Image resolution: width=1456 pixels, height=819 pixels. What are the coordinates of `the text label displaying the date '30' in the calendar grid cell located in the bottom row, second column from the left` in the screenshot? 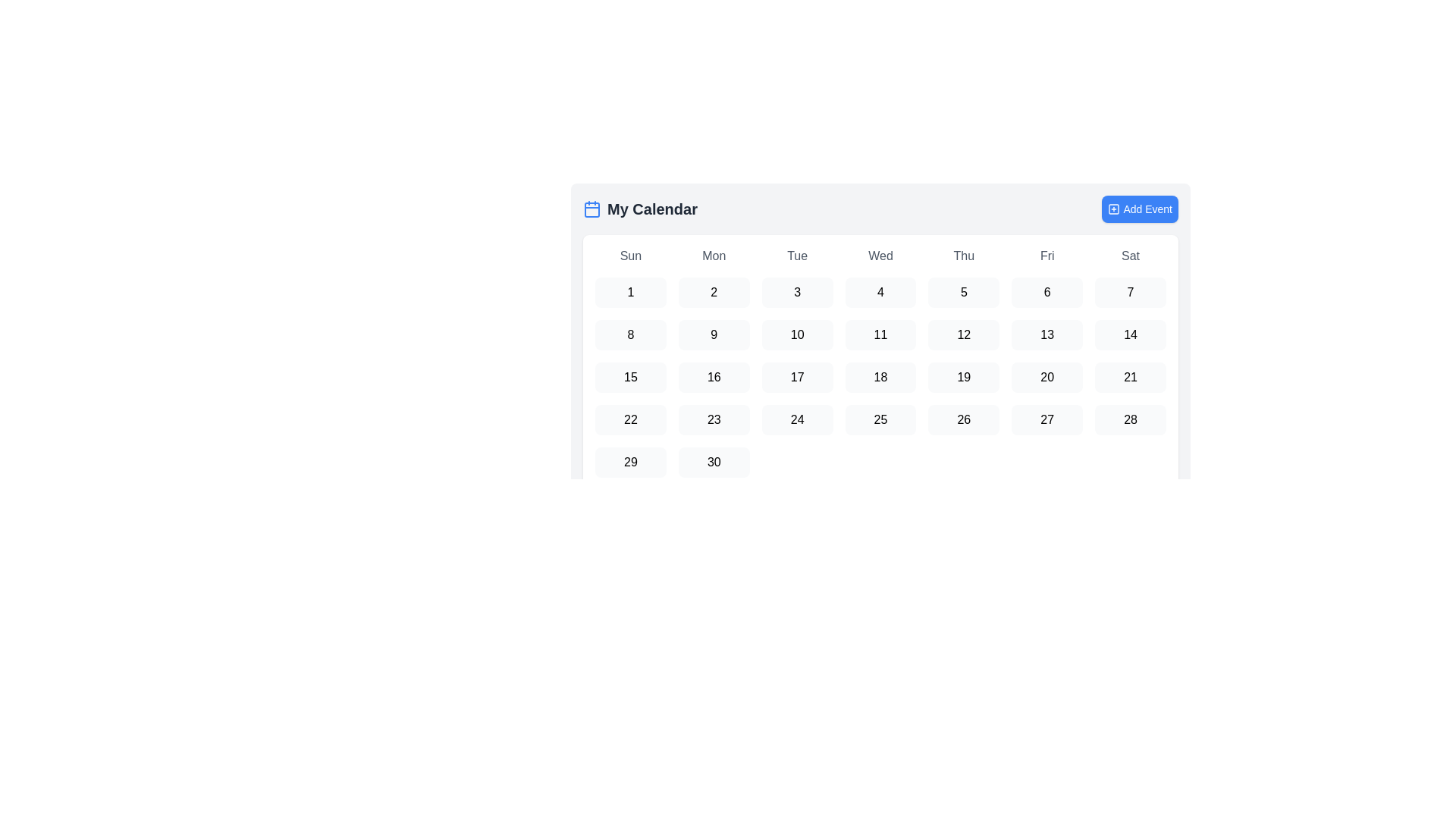 It's located at (713, 461).